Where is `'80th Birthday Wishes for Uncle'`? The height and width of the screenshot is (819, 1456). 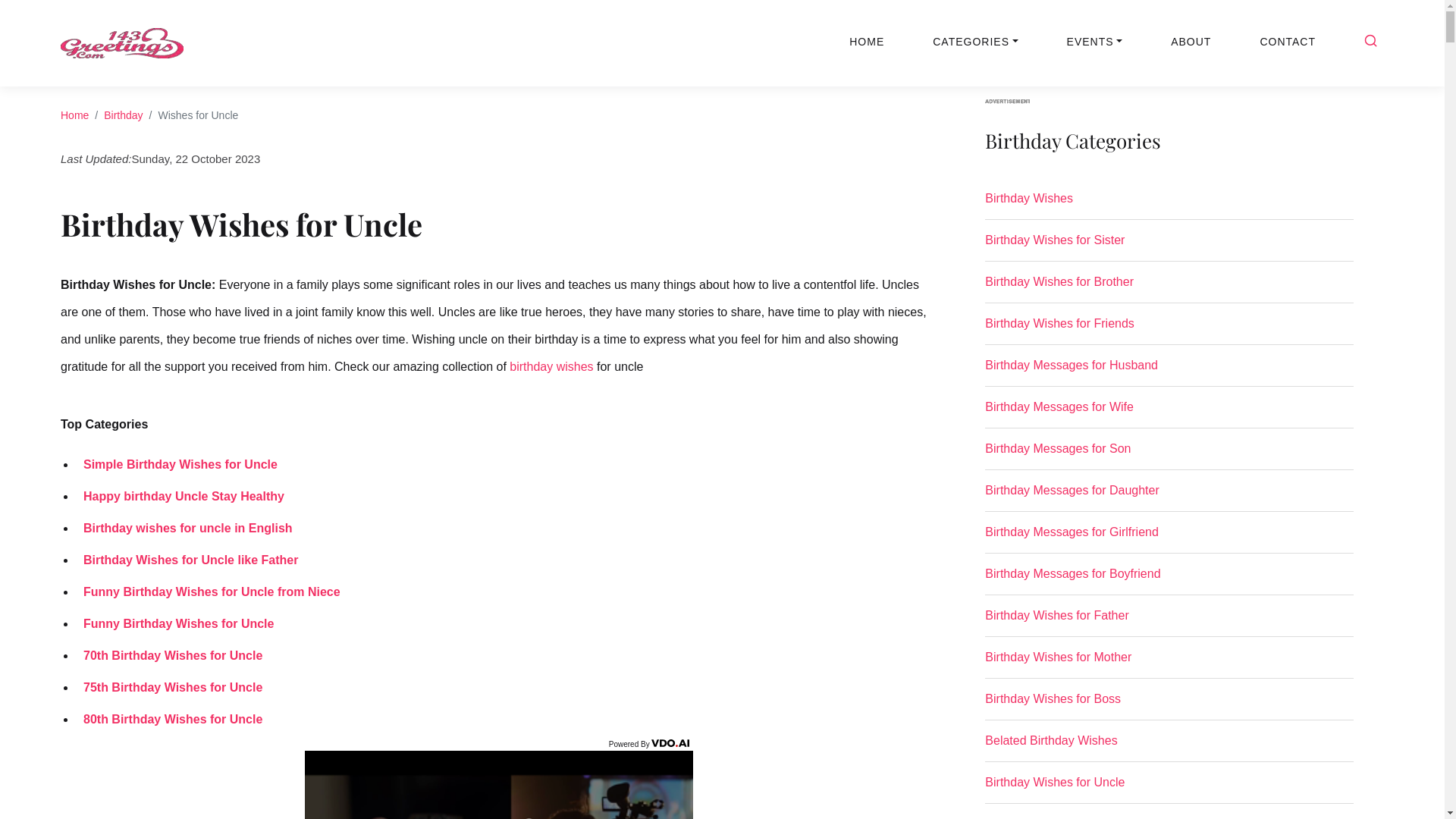 '80th Birthday Wishes for Uncle' is located at coordinates (168, 718).